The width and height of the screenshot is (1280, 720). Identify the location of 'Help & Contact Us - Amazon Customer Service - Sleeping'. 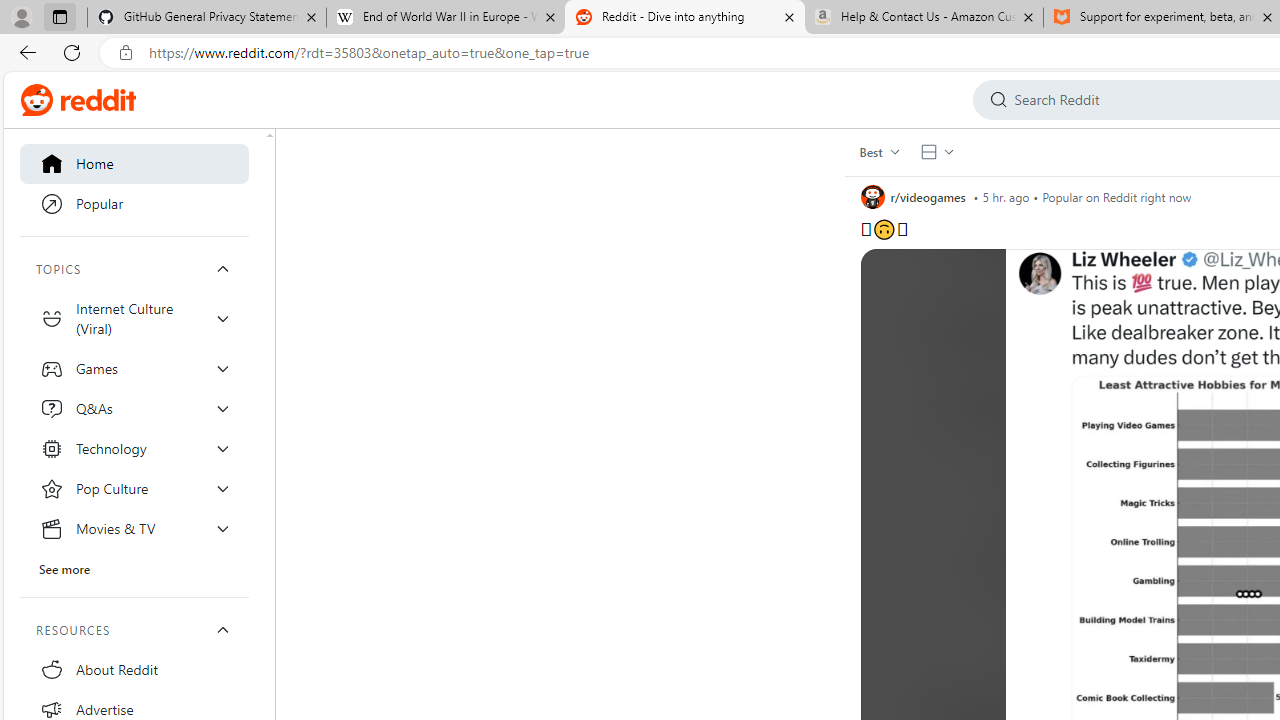
(923, 17).